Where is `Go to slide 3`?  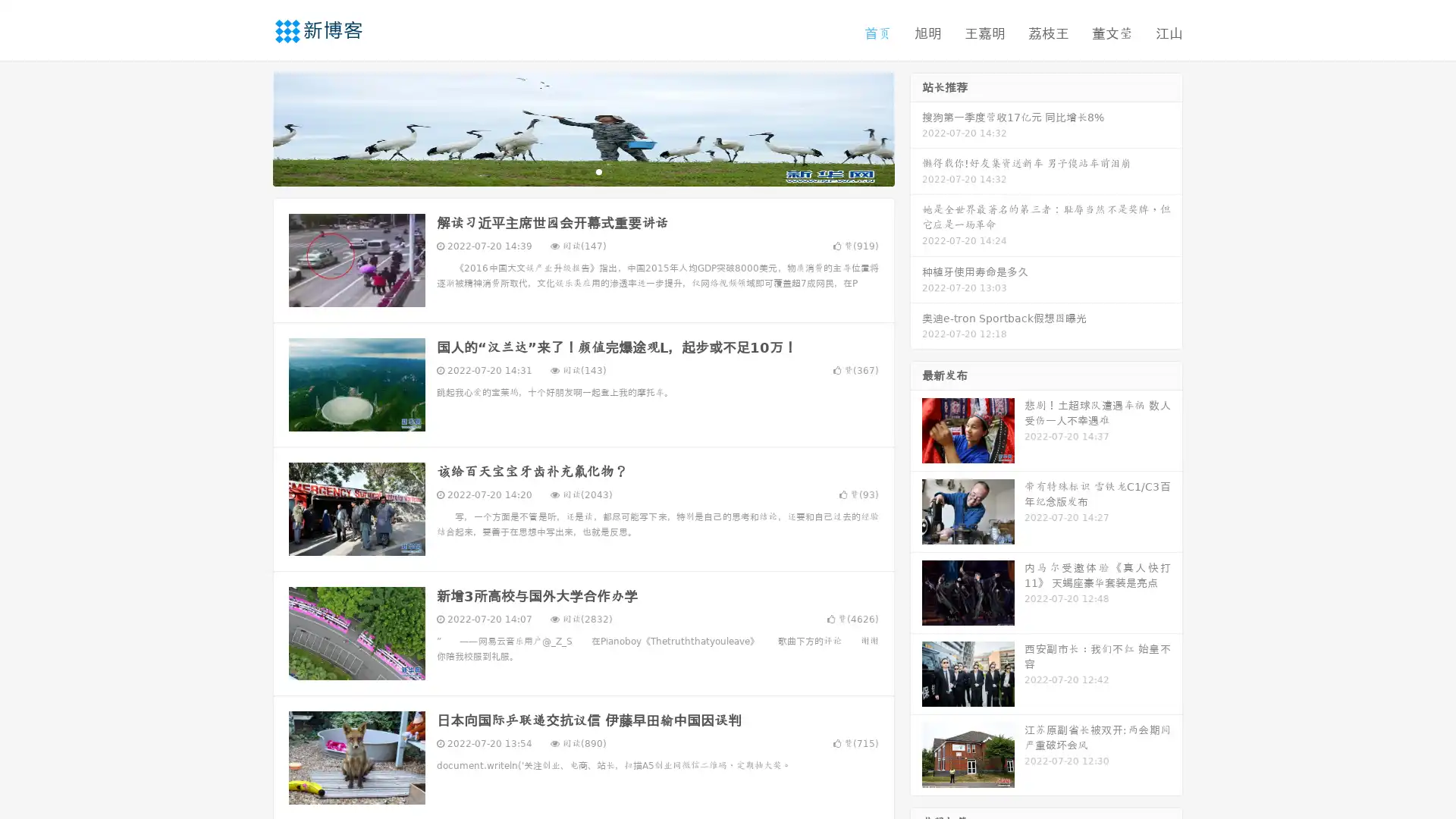 Go to slide 3 is located at coordinates (598, 171).